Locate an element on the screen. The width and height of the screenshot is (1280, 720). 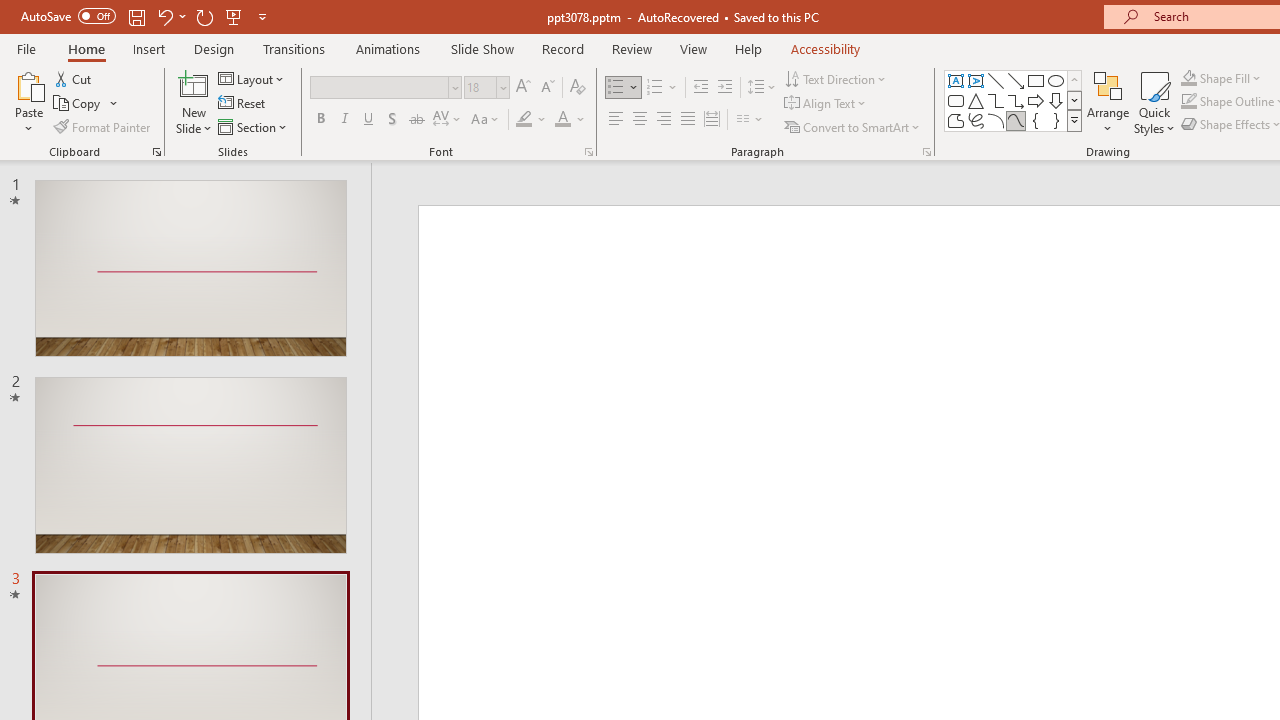
'Convert to SmartArt' is located at coordinates (853, 127).